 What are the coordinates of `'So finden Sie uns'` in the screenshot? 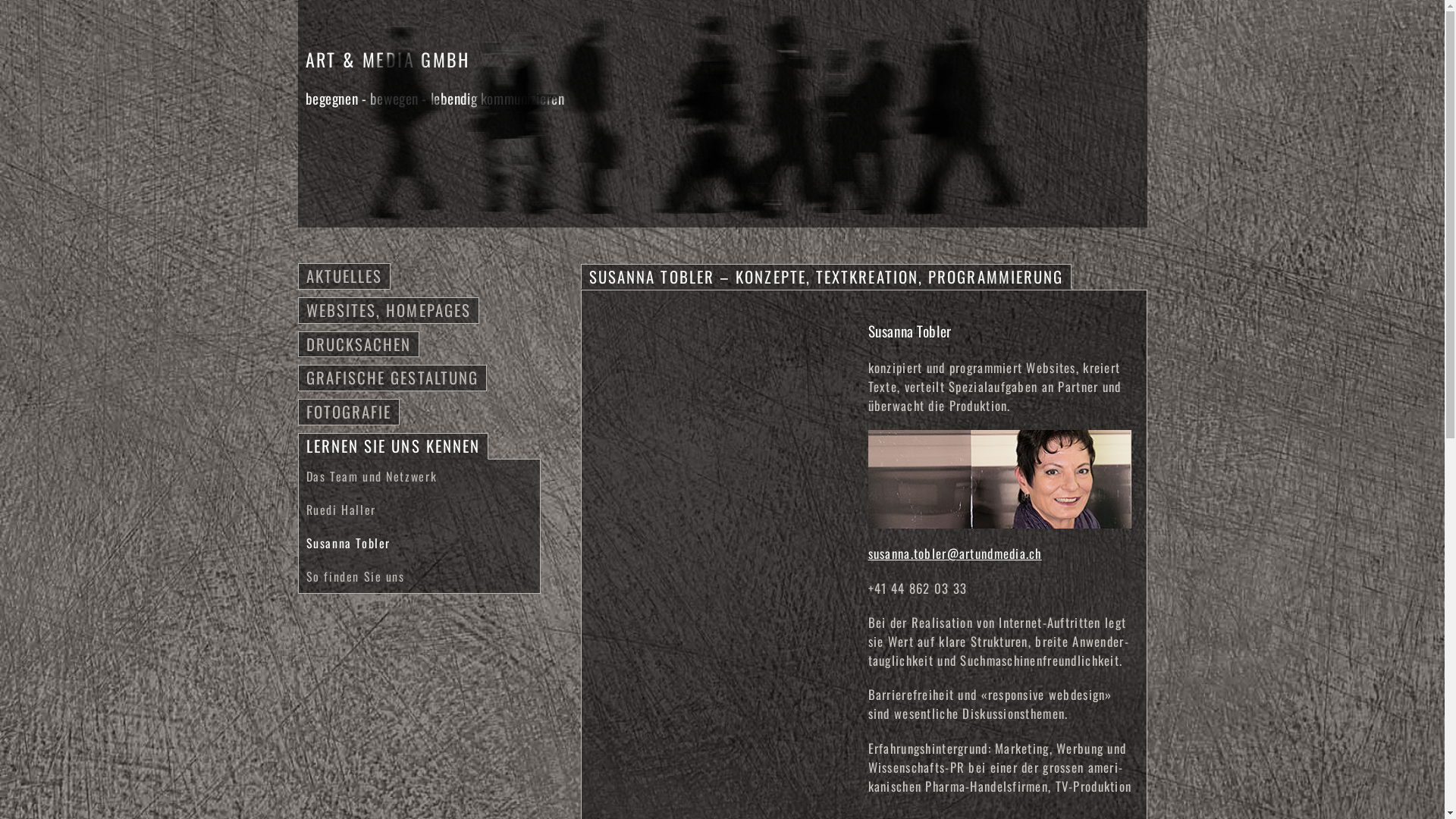 It's located at (355, 576).